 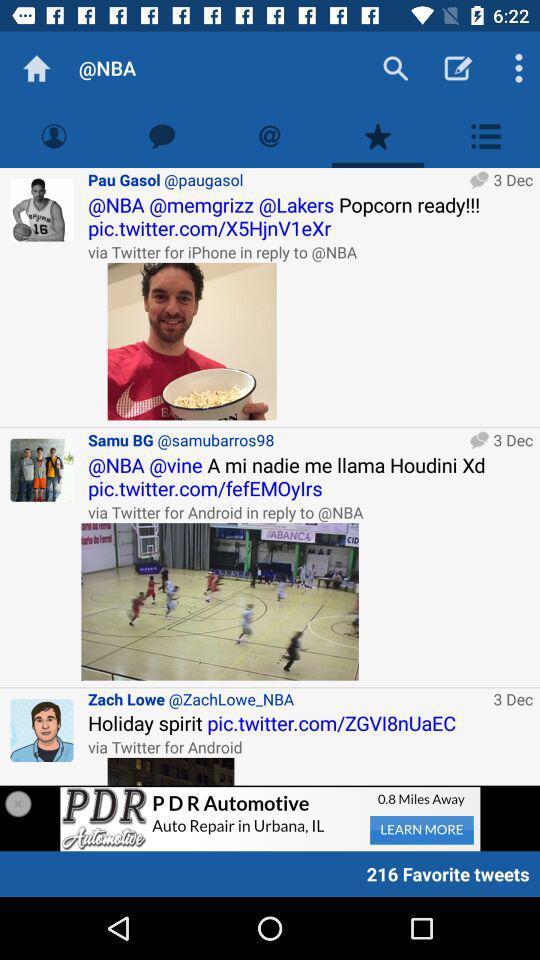 What do you see at coordinates (171, 770) in the screenshot?
I see `image` at bounding box center [171, 770].